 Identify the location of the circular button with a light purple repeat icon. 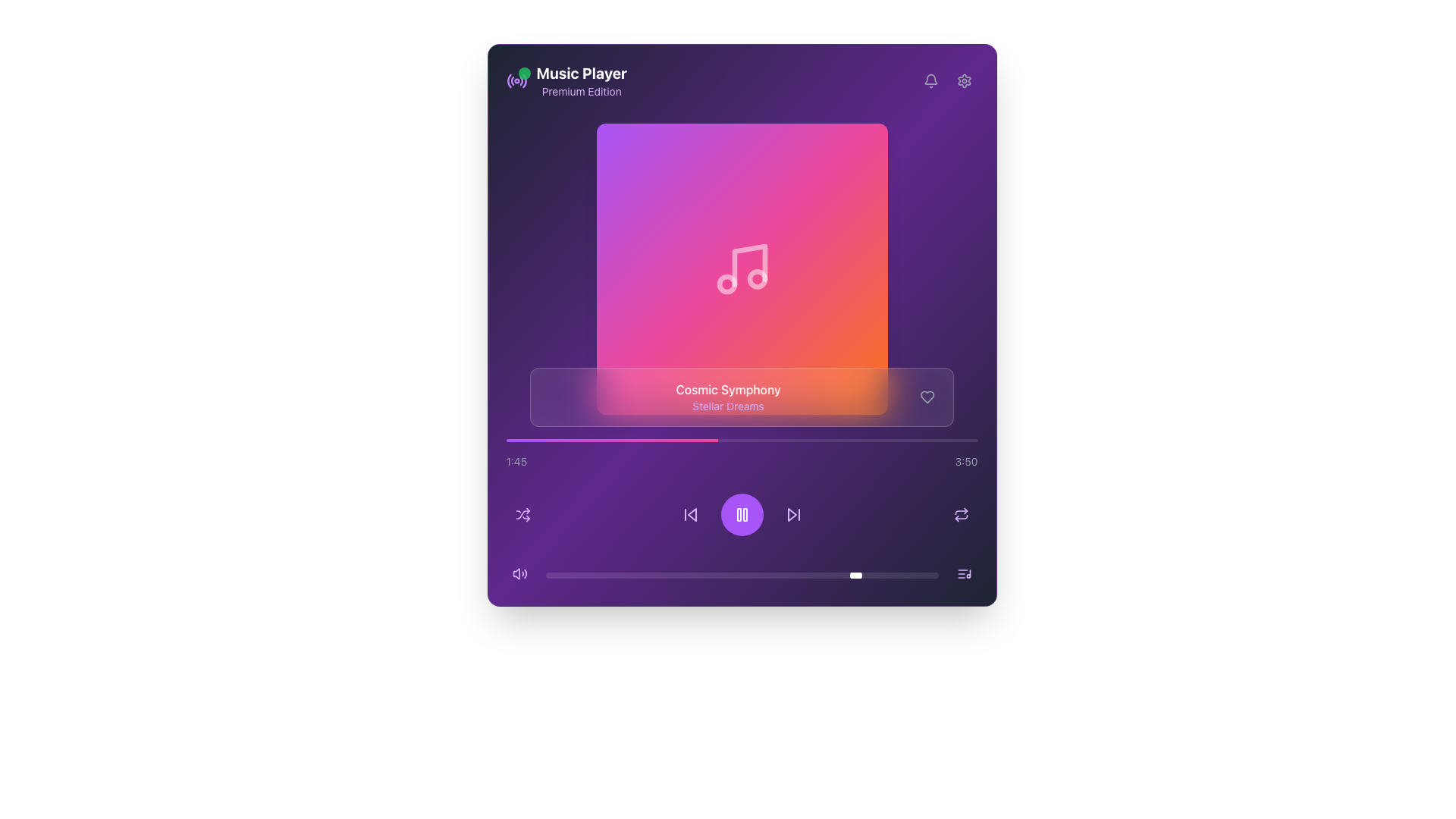
(960, 513).